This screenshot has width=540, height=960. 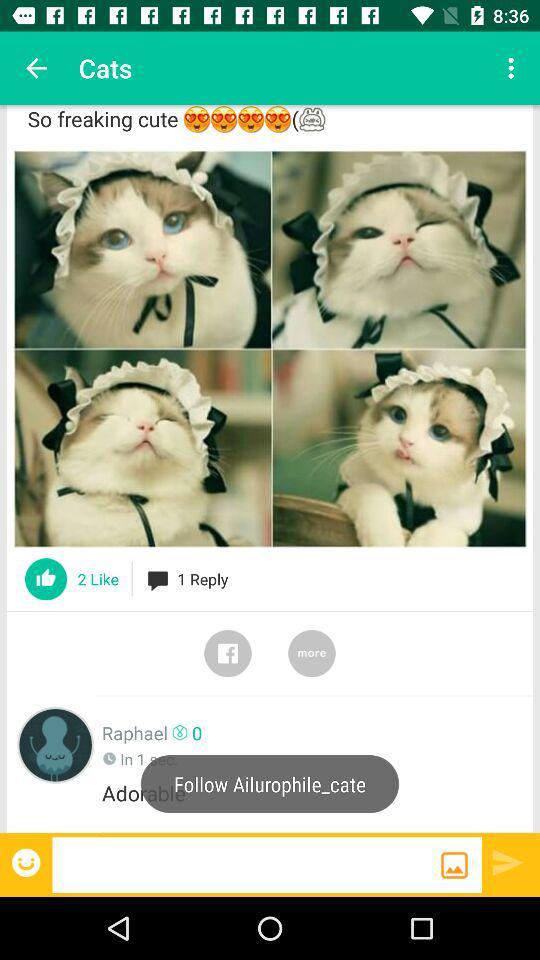 What do you see at coordinates (508, 861) in the screenshot?
I see `send message` at bounding box center [508, 861].